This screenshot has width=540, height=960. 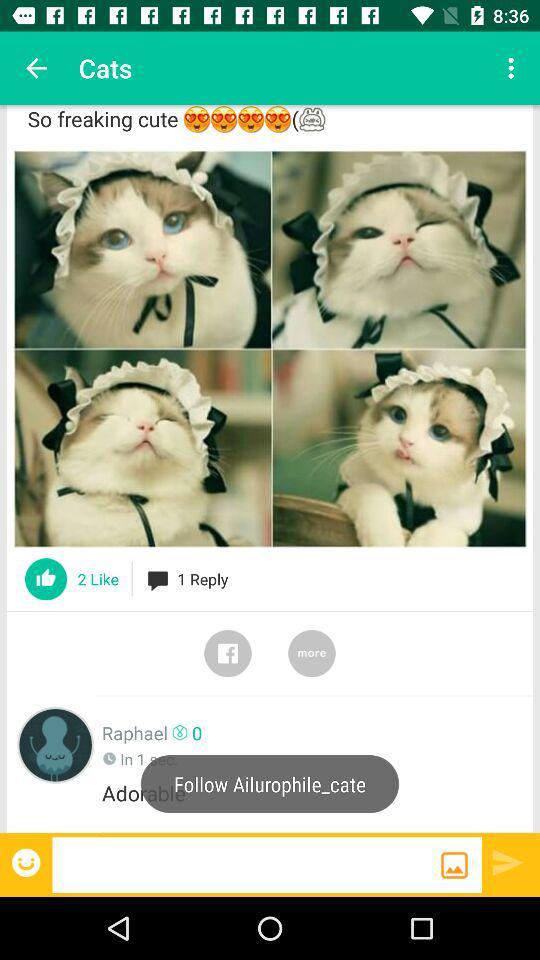 What do you see at coordinates (508, 861) in the screenshot?
I see `send message` at bounding box center [508, 861].